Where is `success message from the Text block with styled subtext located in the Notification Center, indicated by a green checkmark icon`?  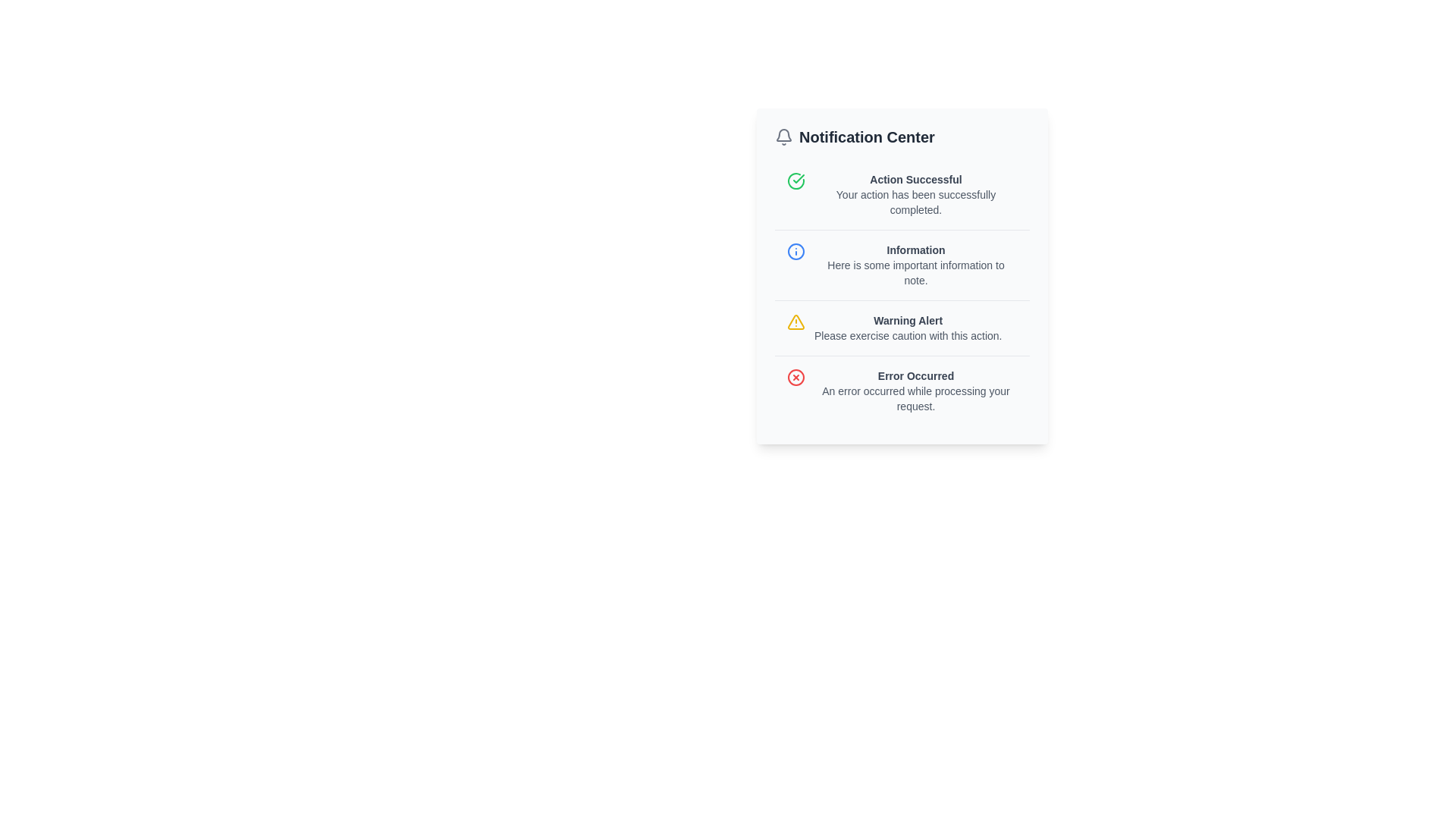 success message from the Text block with styled subtext located in the Notification Center, indicated by a green checkmark icon is located at coordinates (915, 194).